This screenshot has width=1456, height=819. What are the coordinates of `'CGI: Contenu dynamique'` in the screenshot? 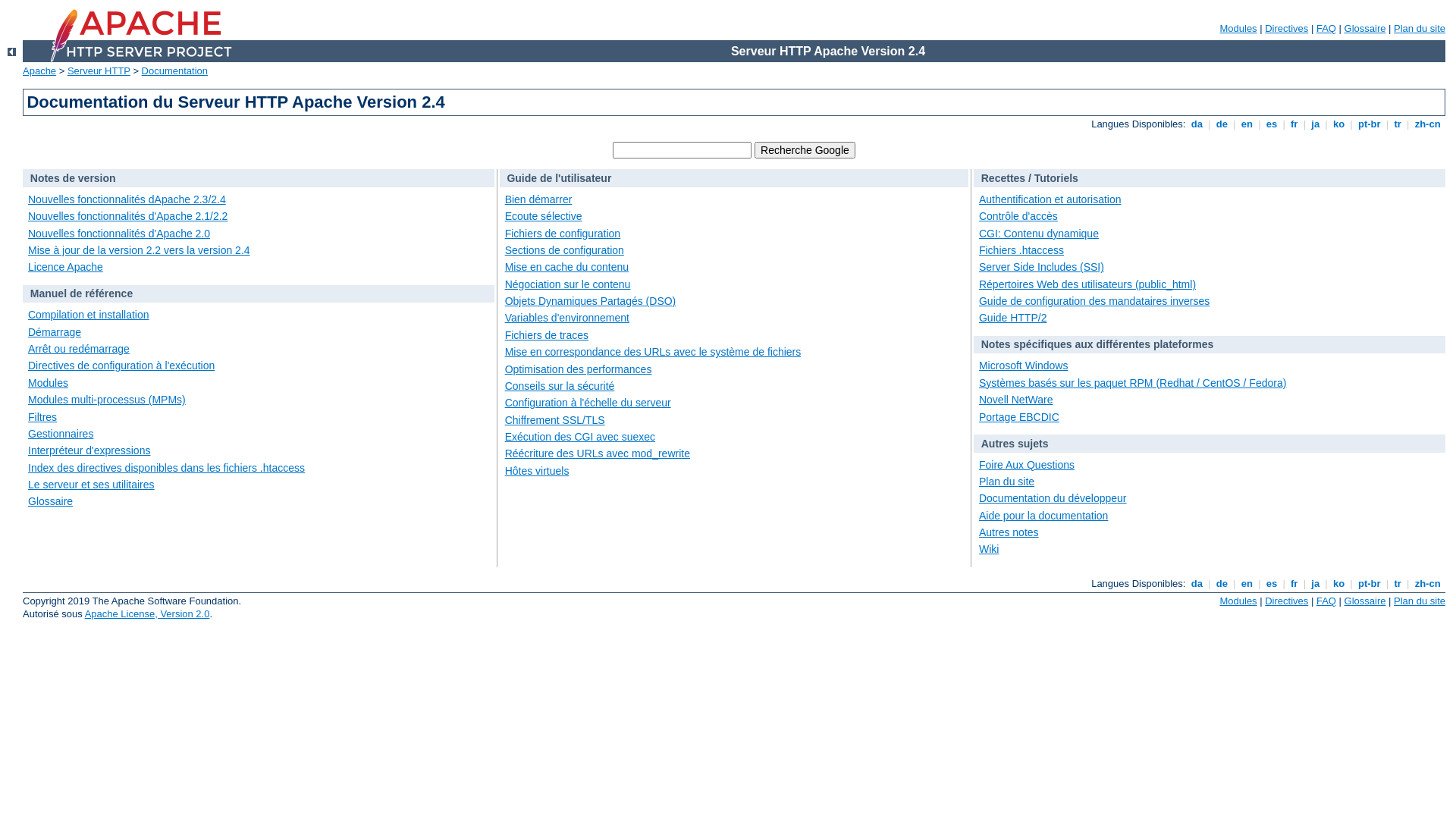 It's located at (979, 234).